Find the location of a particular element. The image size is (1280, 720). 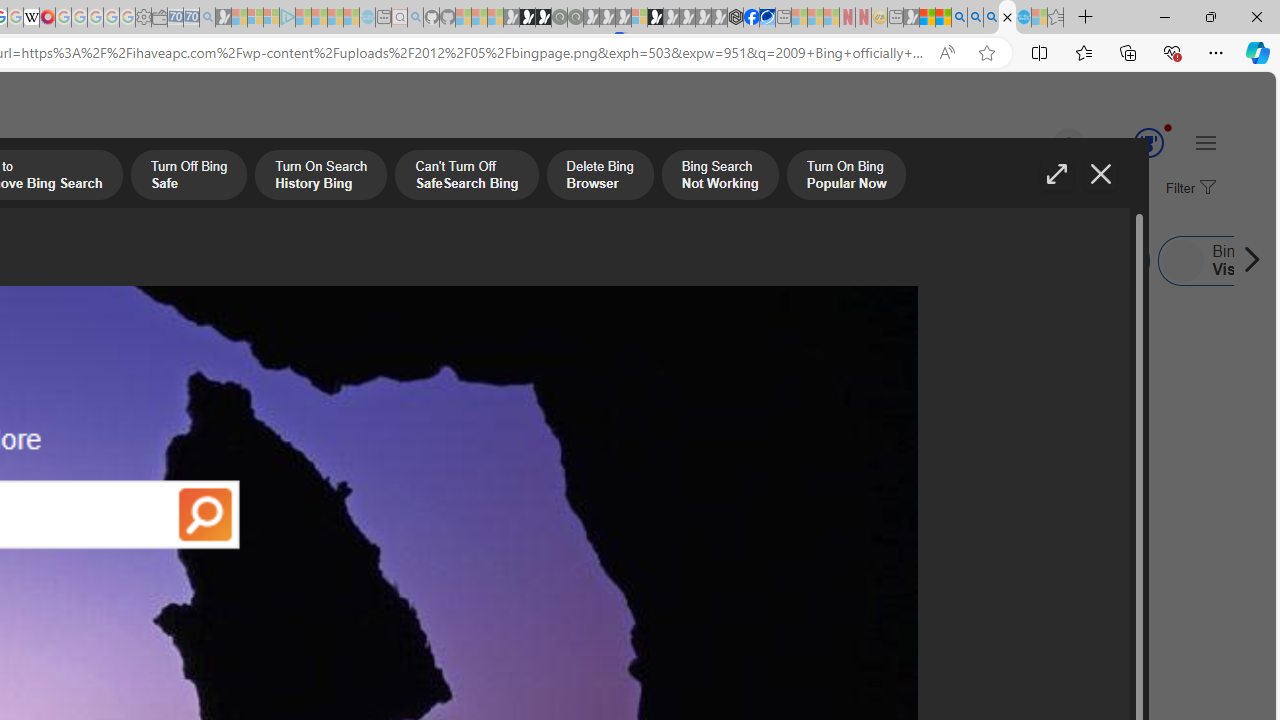

'Settings - Sleeping' is located at coordinates (142, 17).